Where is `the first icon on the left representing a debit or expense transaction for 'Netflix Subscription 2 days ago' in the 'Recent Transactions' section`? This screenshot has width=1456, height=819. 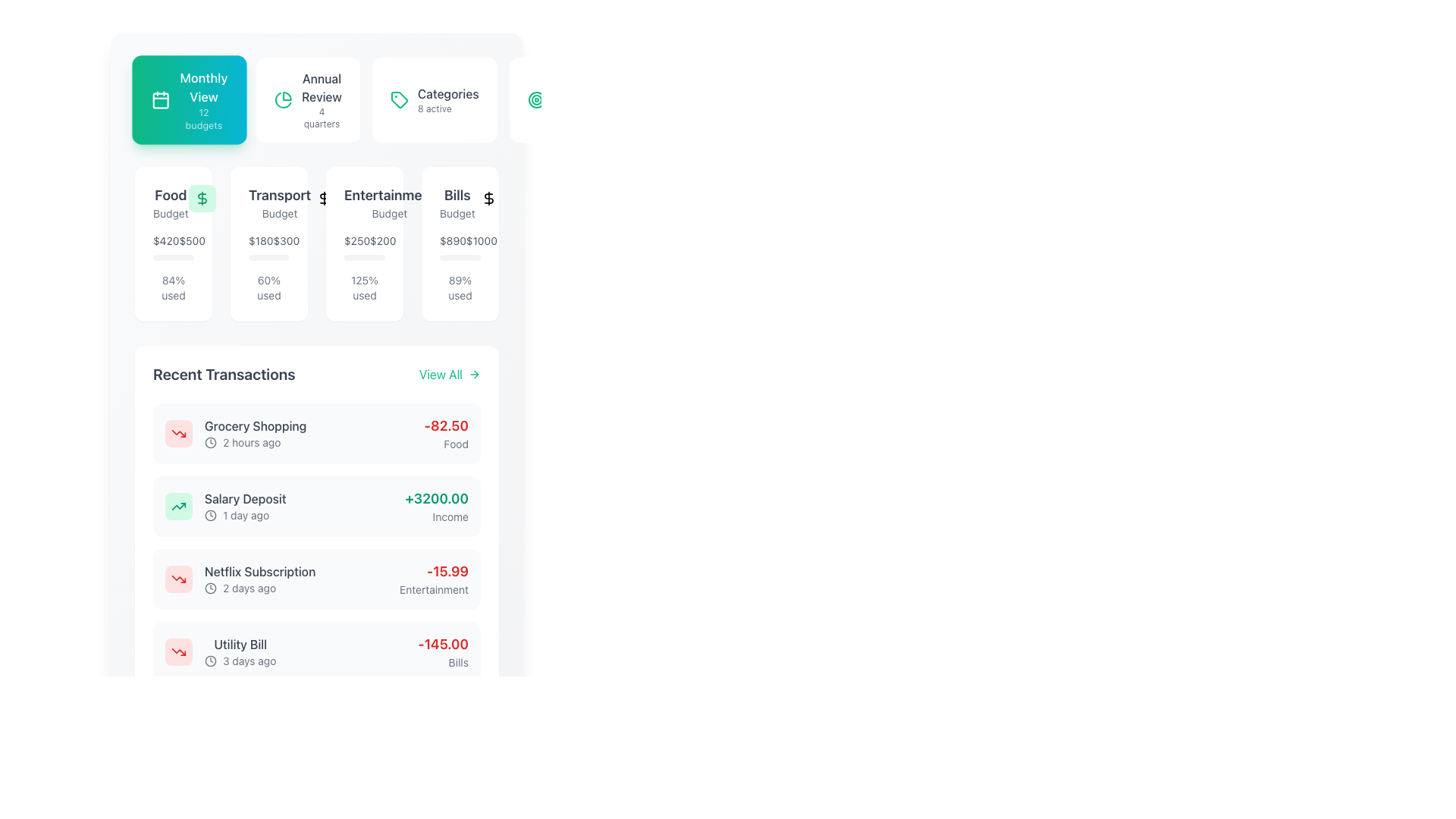 the first icon on the left representing a debit or expense transaction for 'Netflix Subscription 2 days ago' in the 'Recent Transactions' section is located at coordinates (178, 579).